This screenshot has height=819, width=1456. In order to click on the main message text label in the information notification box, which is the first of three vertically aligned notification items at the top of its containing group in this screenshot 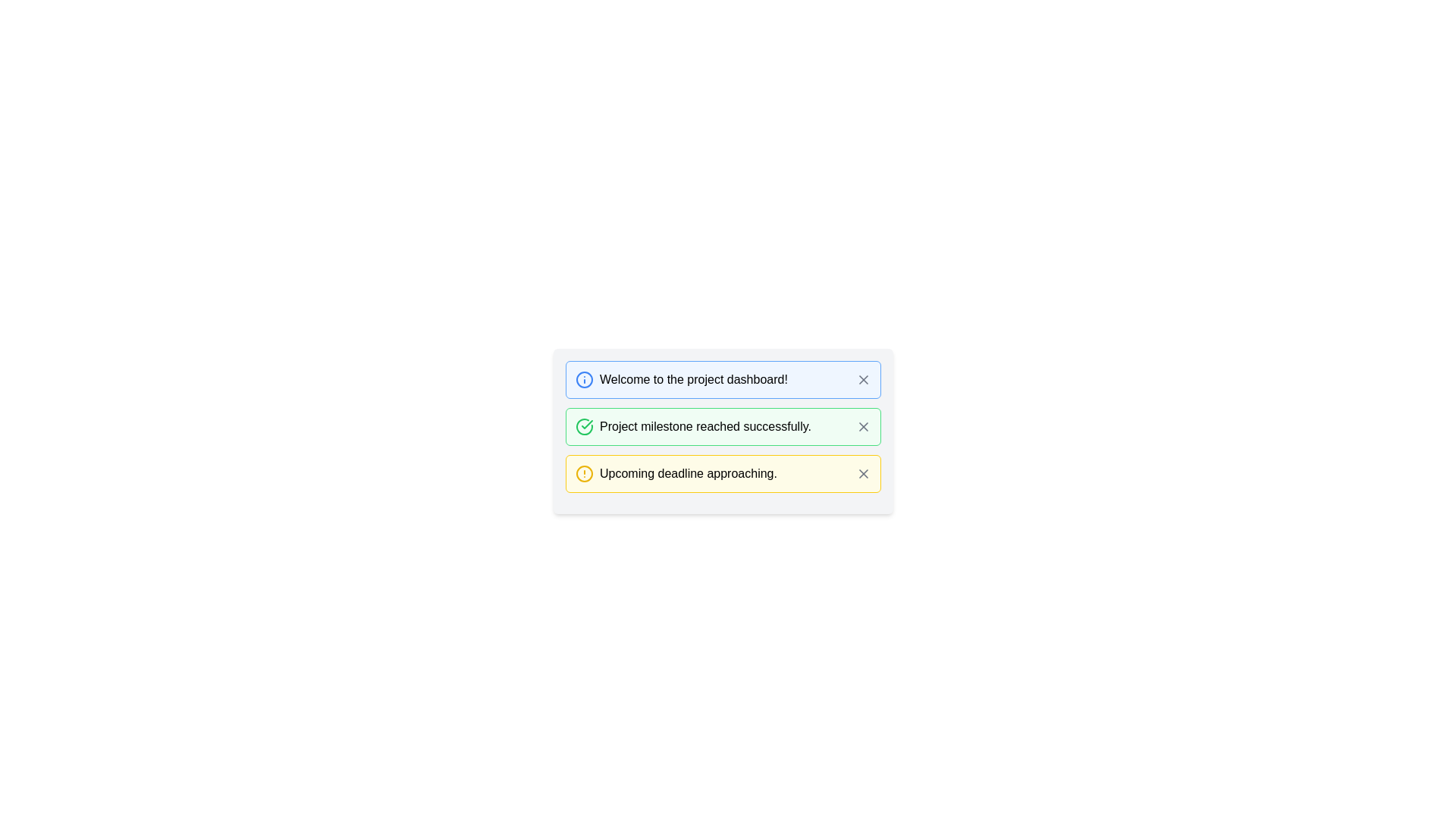, I will do `click(692, 379)`.